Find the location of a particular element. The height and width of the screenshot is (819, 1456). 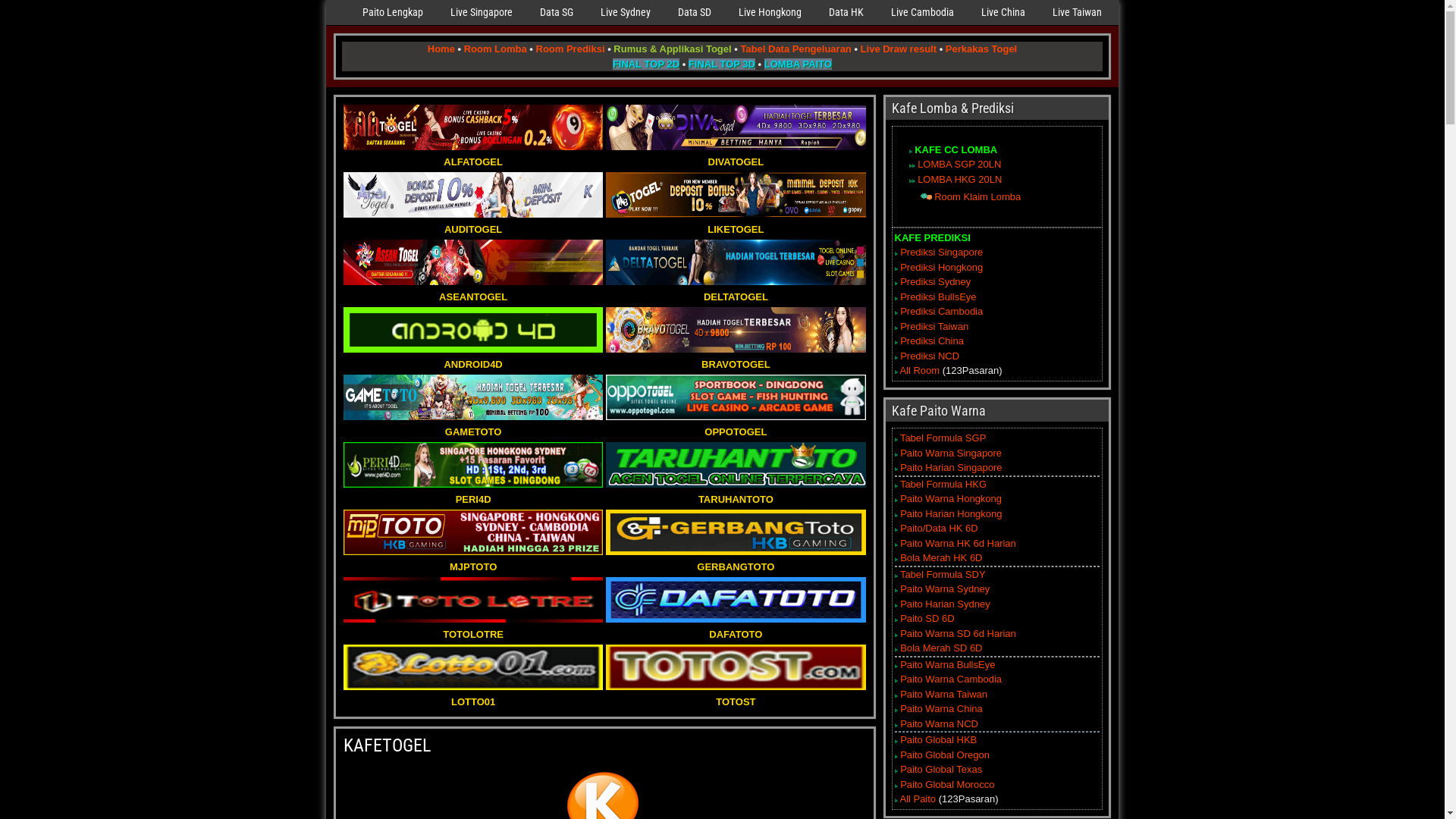

'BRAVOTOGEL' is located at coordinates (735, 356).